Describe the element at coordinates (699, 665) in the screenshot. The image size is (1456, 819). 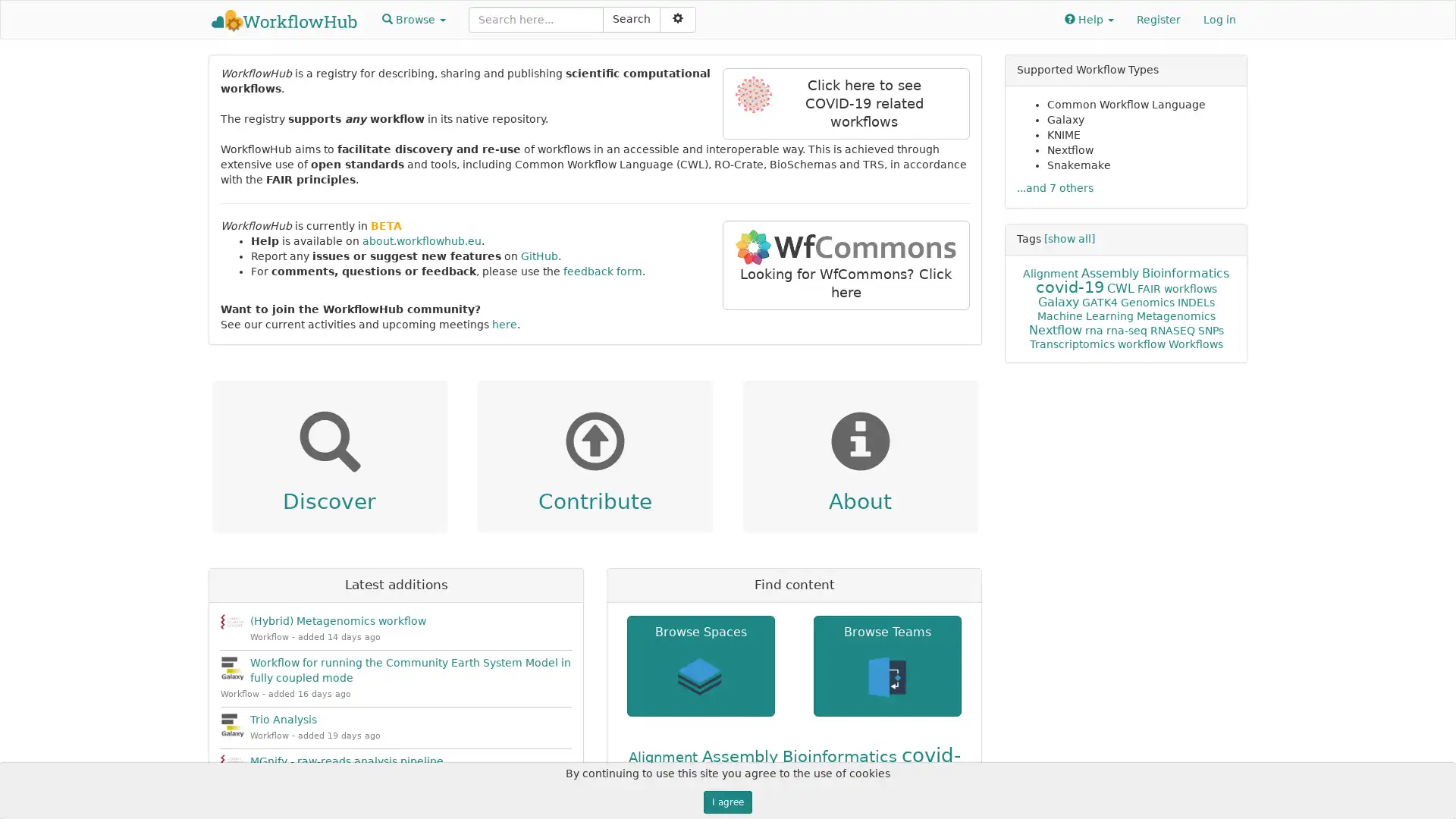
I see `Browse Spaces` at that location.